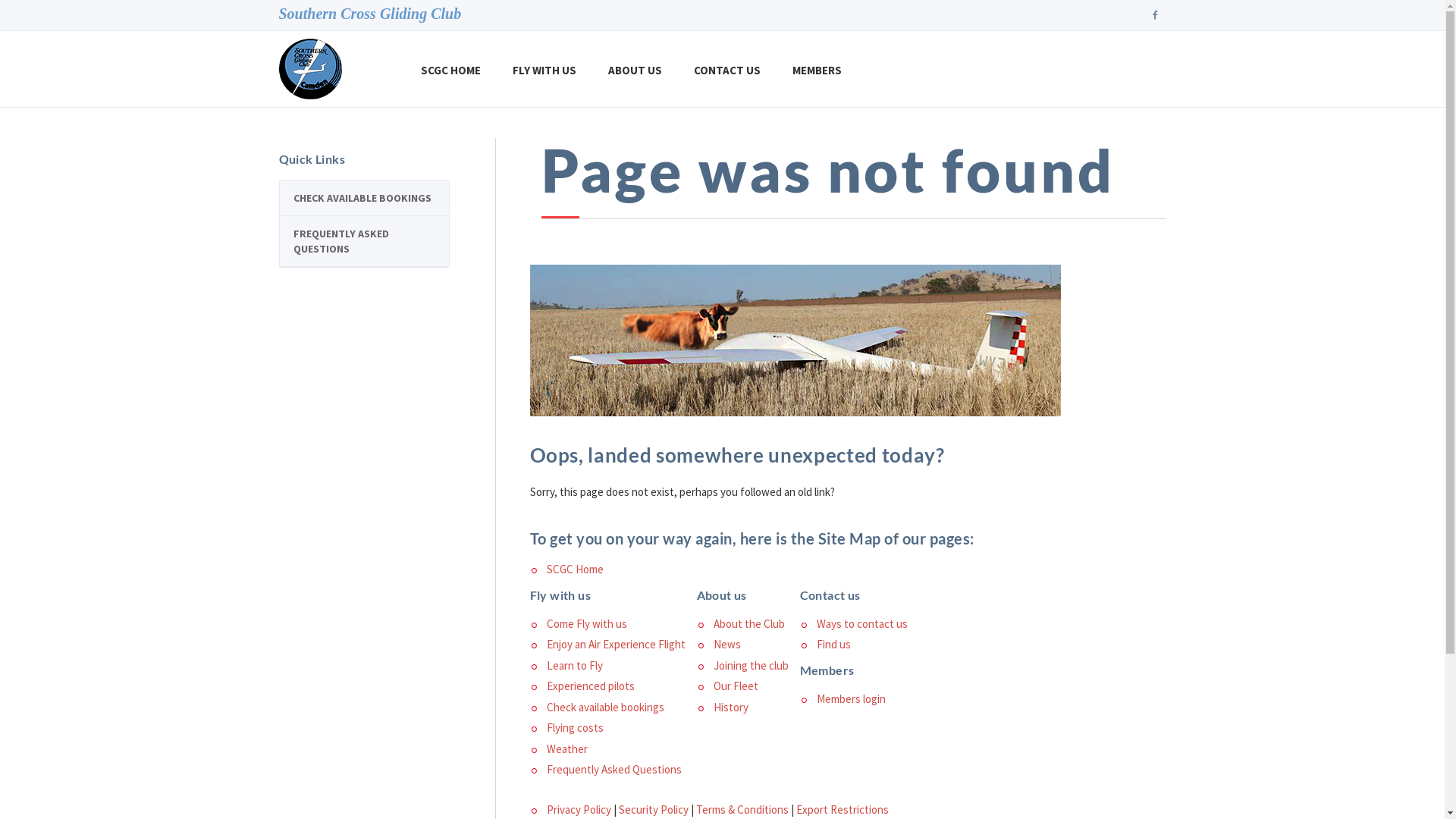 The height and width of the screenshot is (819, 1456). What do you see at coordinates (544, 69) in the screenshot?
I see `'FLY WITH US'` at bounding box center [544, 69].